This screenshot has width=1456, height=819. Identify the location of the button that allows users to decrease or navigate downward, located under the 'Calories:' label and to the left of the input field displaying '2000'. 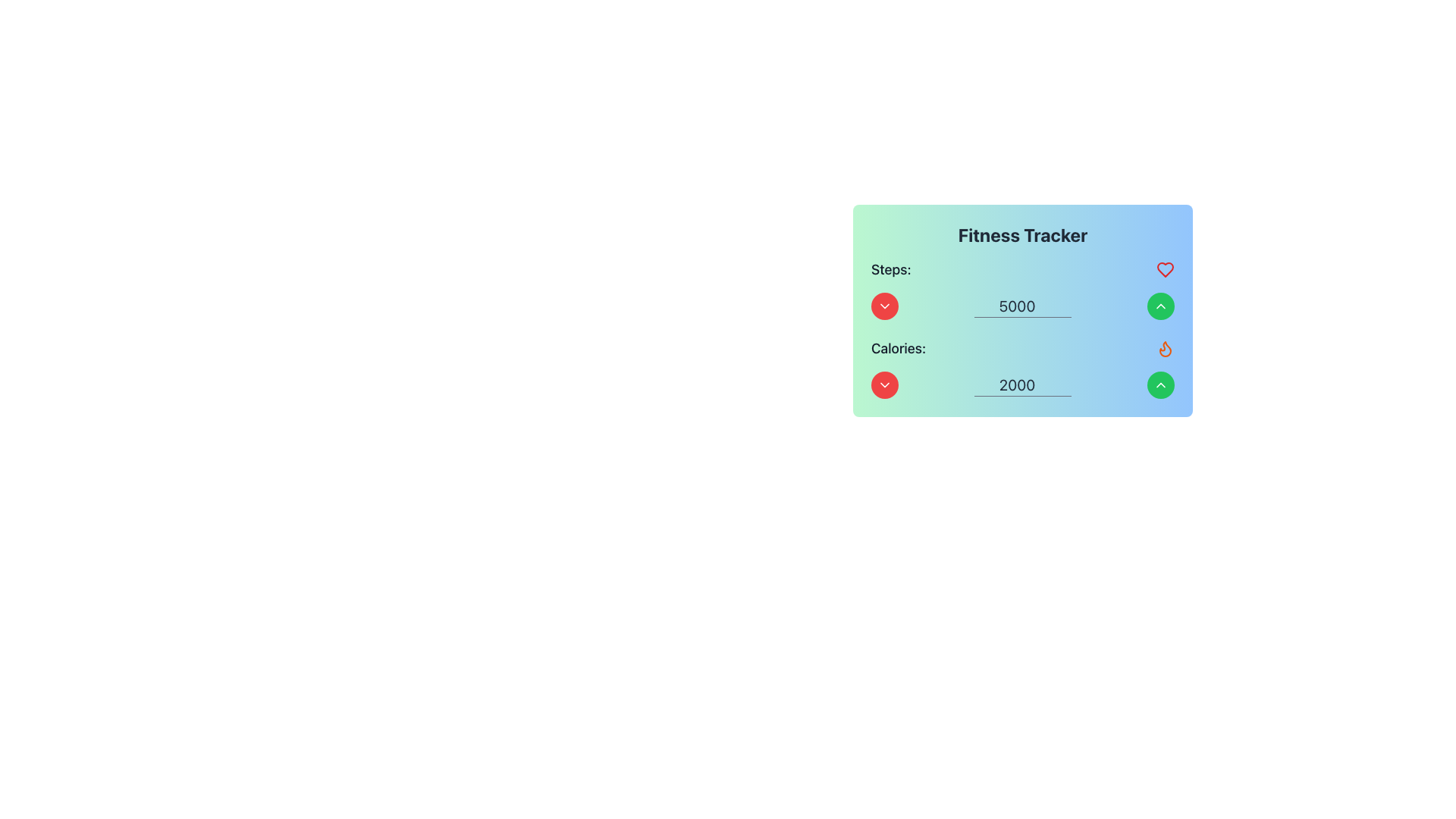
(884, 384).